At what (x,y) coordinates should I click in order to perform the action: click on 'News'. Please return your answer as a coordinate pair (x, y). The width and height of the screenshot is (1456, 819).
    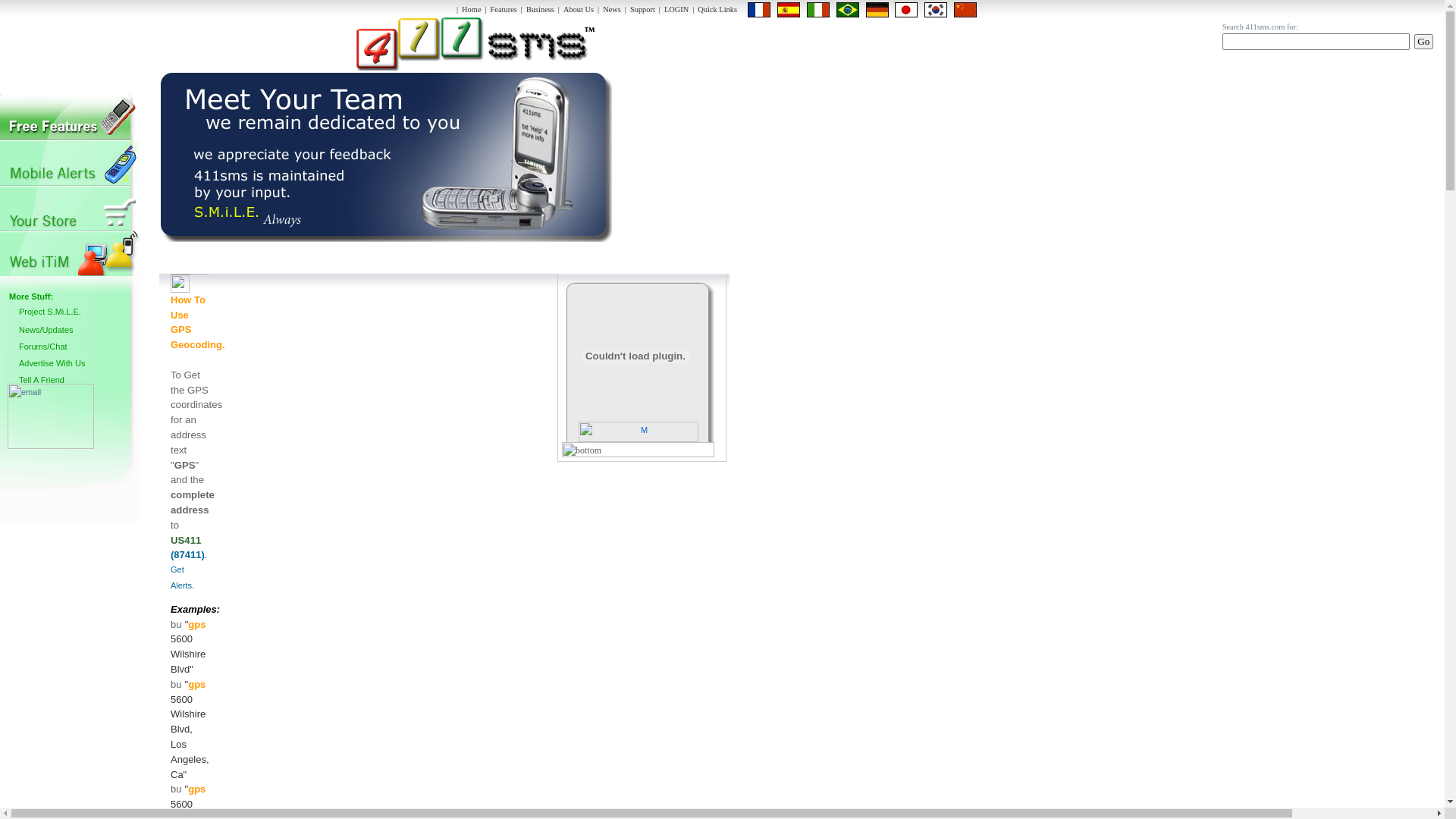
    Looking at the image, I should click on (611, 8).